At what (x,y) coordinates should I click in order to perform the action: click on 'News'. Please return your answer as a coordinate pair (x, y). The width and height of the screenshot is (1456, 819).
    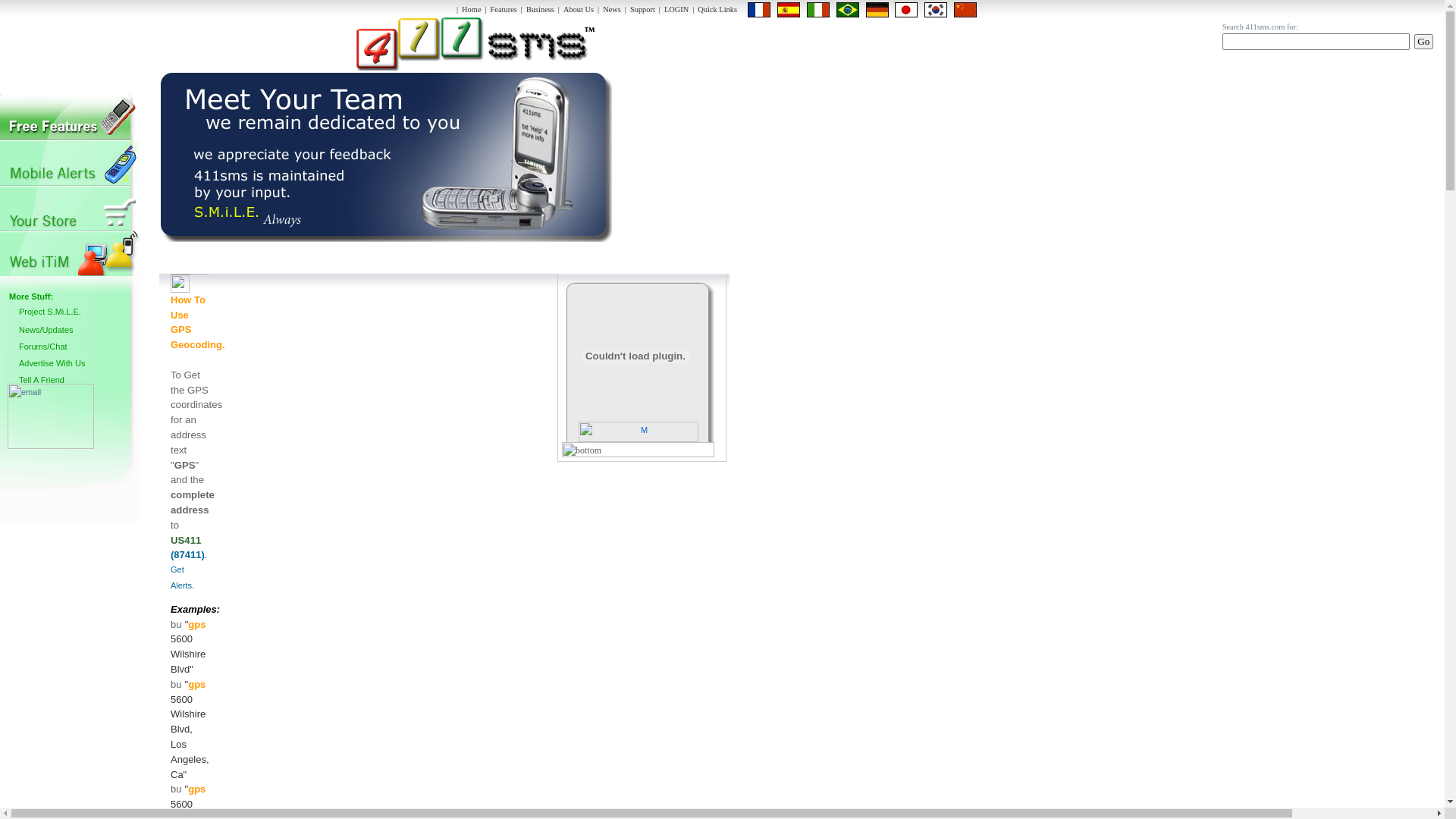
    Looking at the image, I should click on (611, 8).